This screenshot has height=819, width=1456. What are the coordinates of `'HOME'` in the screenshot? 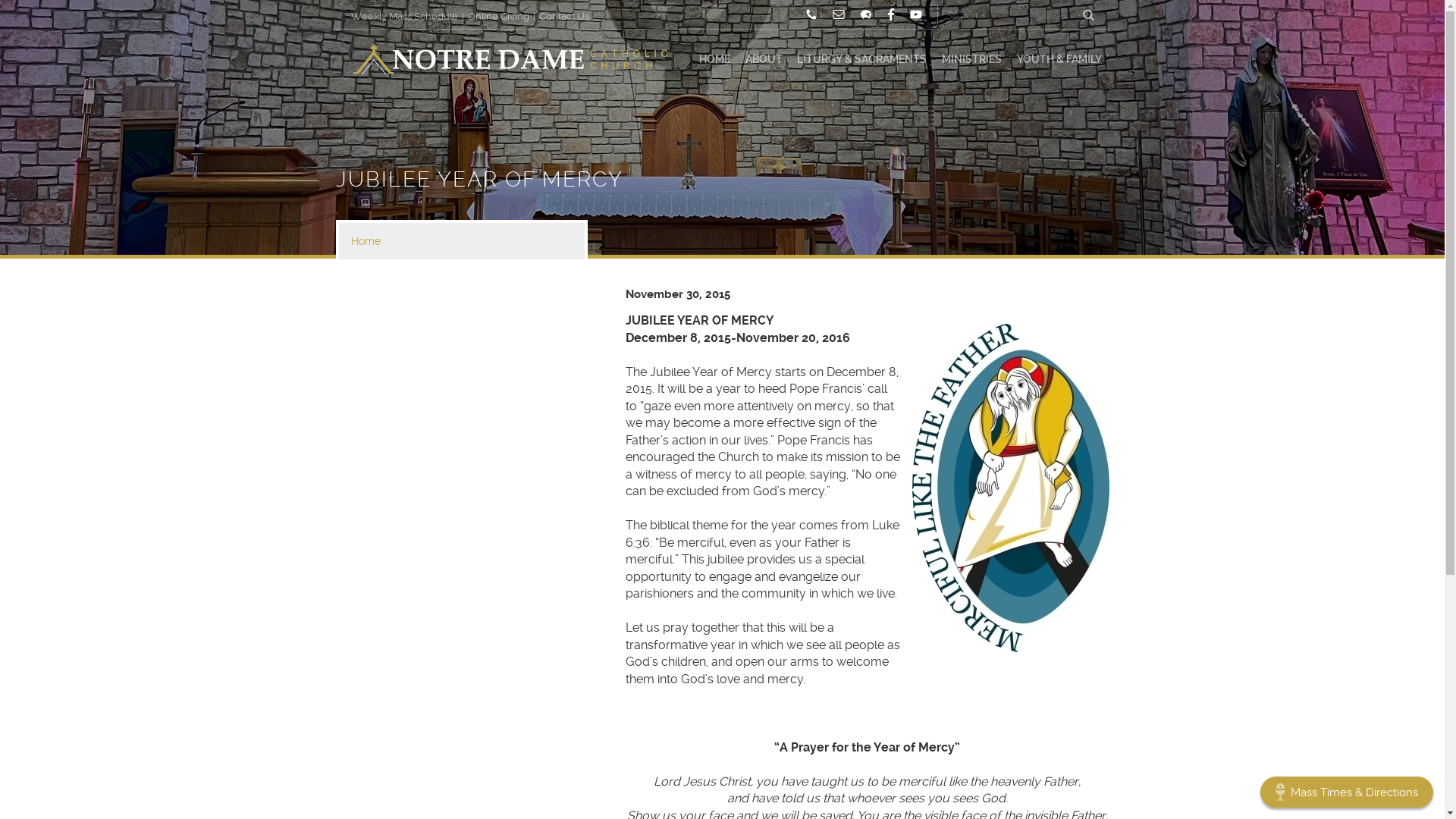 It's located at (714, 58).